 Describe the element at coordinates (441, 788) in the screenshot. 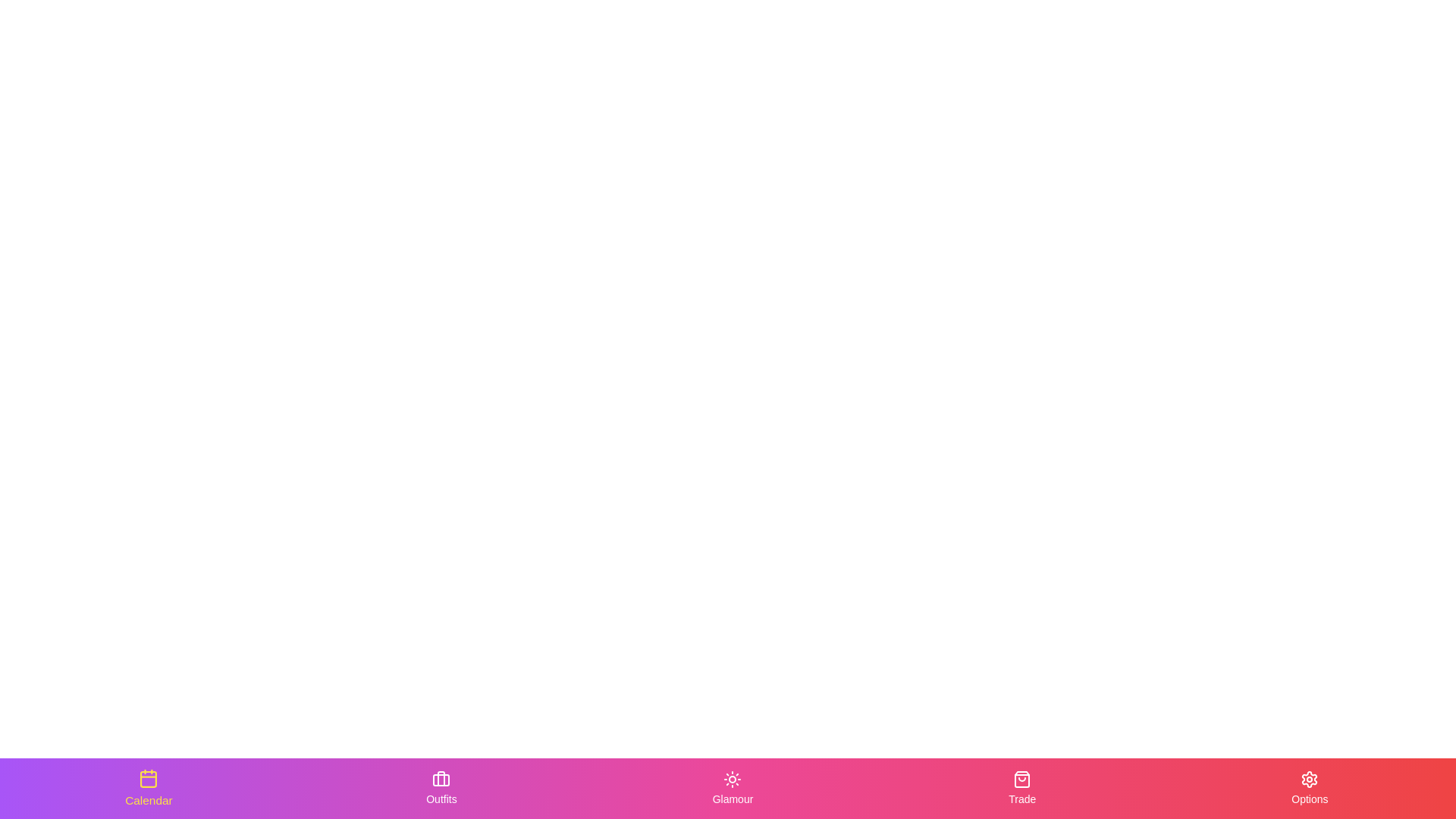

I see `the tab labeled Outfits to observe its hover effect` at that location.